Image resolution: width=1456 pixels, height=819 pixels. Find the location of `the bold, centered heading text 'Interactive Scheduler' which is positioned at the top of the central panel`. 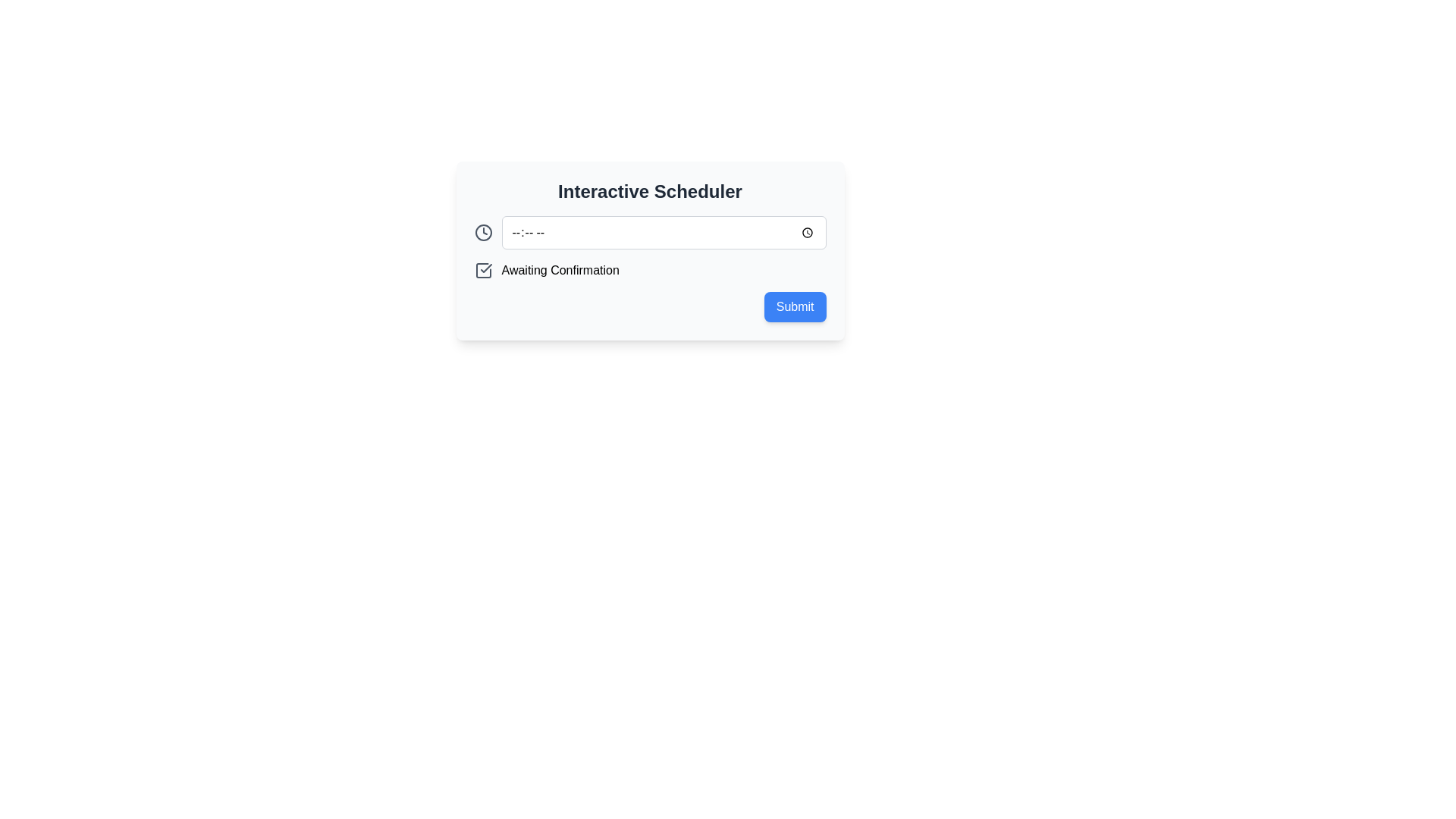

the bold, centered heading text 'Interactive Scheduler' which is positioned at the top of the central panel is located at coordinates (650, 191).